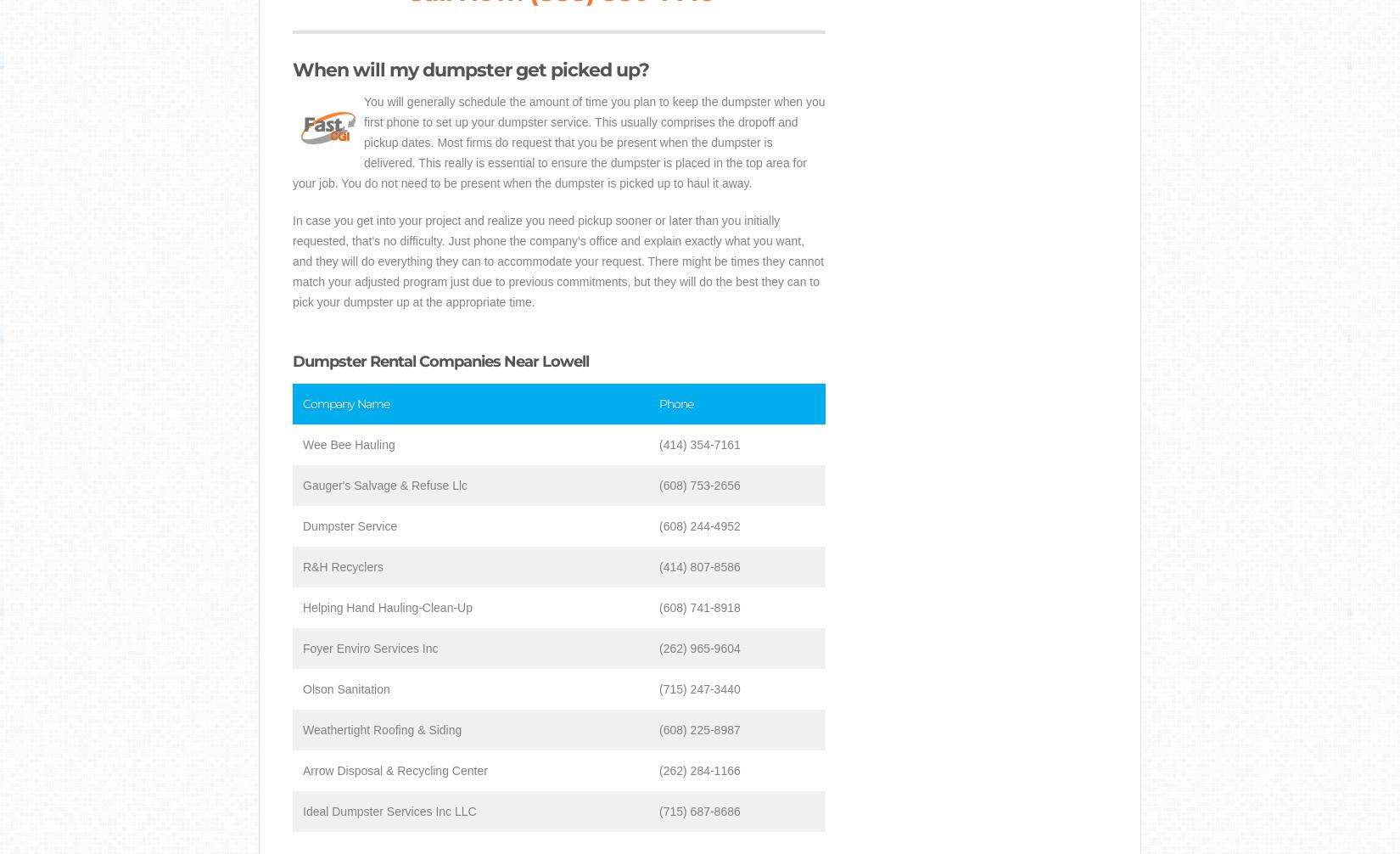 The image size is (1400, 854). What do you see at coordinates (698, 607) in the screenshot?
I see `'(608) 741-8918'` at bounding box center [698, 607].